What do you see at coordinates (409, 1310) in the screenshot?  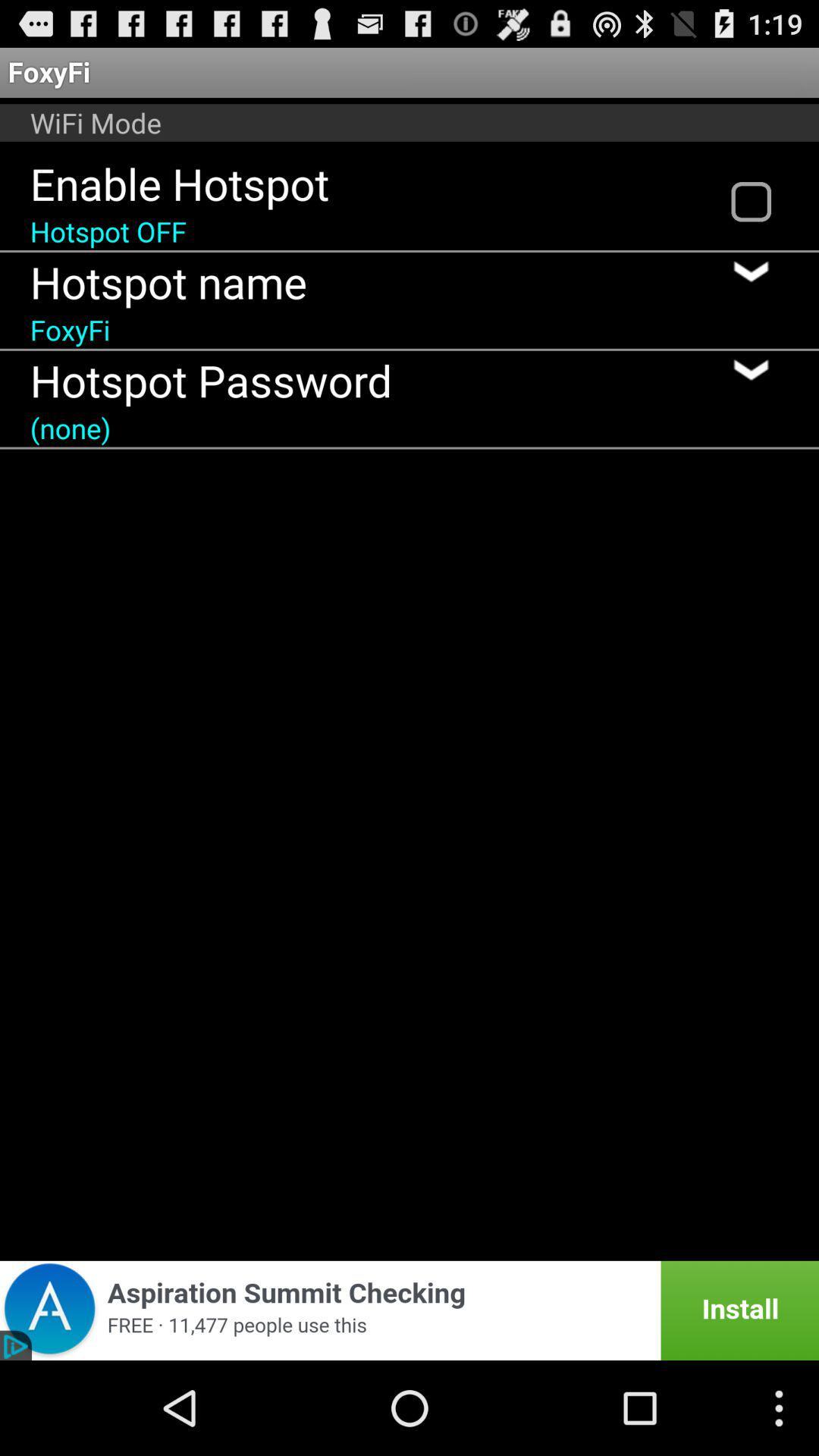 I see `app advertisement popup` at bounding box center [409, 1310].